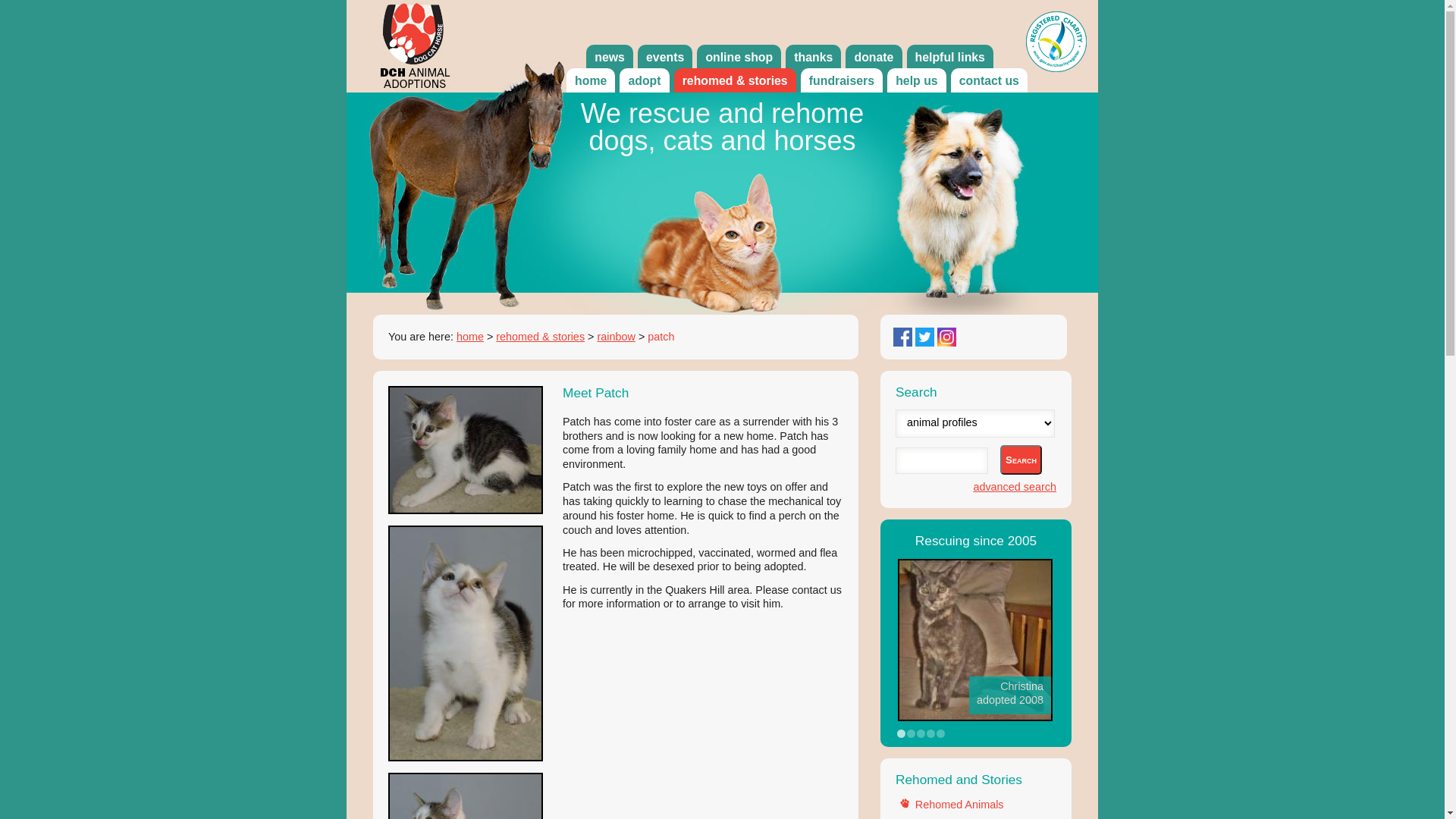 Image resolution: width=1456 pixels, height=819 pixels. What do you see at coordinates (949, 81) in the screenshot?
I see `'contact us'` at bounding box center [949, 81].